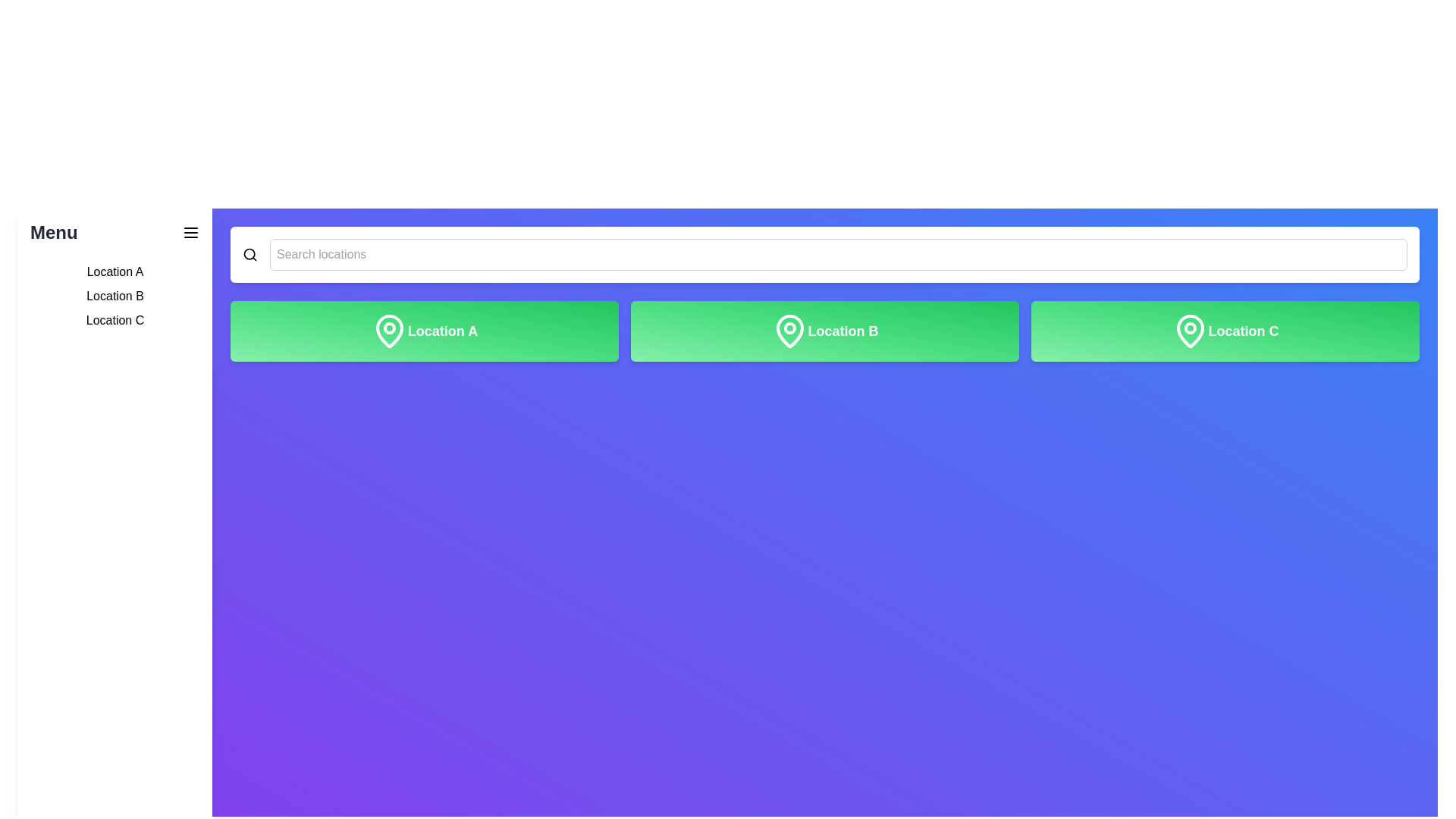 The width and height of the screenshot is (1456, 819). I want to click on the 'Location B' button, which is a rectangular button with a gradient green background and contains white bold text and a map pin icon, located in the middle of a horizontally aligned grid below the search bar, so click(824, 330).